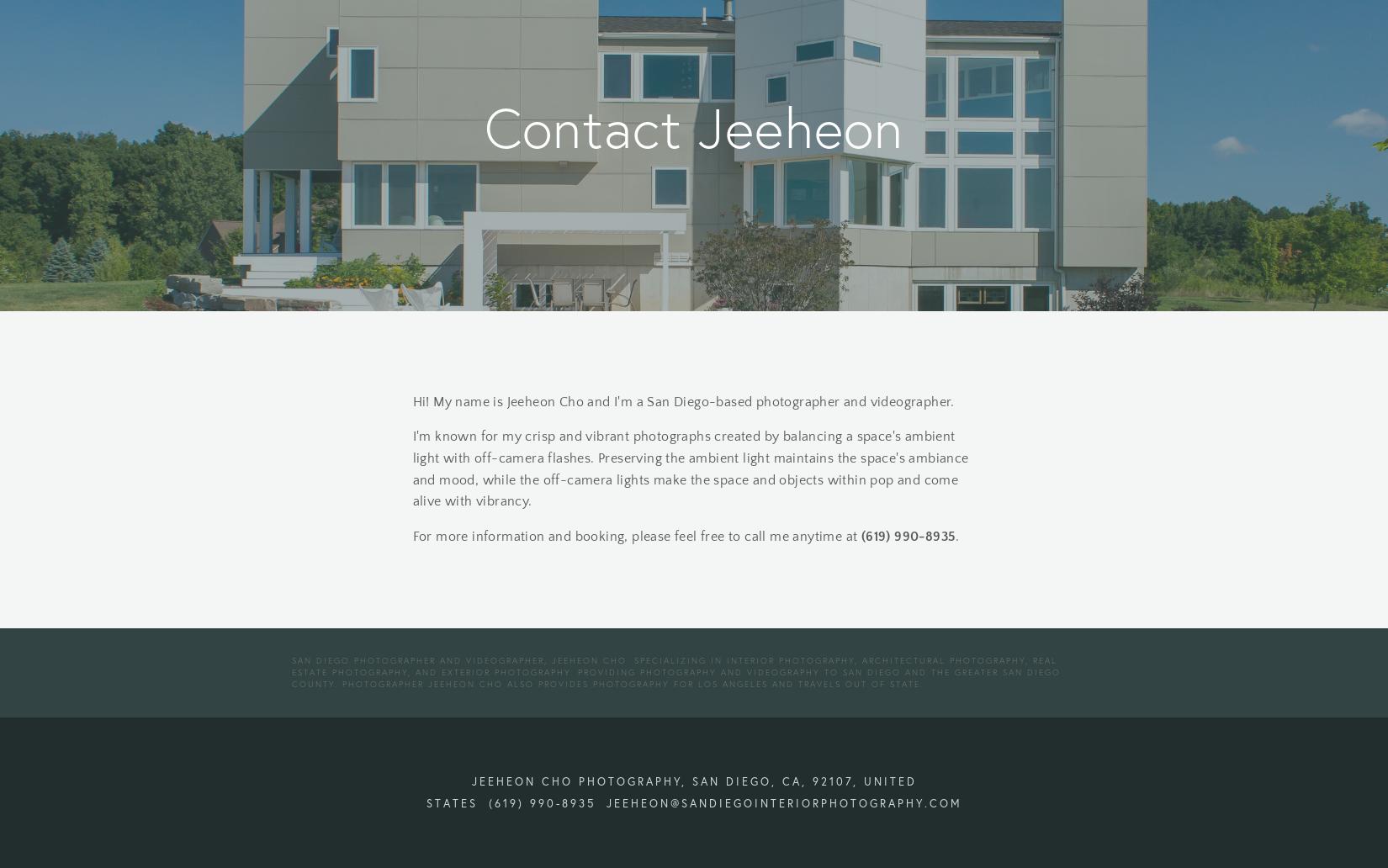 Image resolution: width=1388 pixels, height=868 pixels. What do you see at coordinates (483, 400) in the screenshot?
I see `'Hi! My name is Jeeheon'` at bounding box center [483, 400].